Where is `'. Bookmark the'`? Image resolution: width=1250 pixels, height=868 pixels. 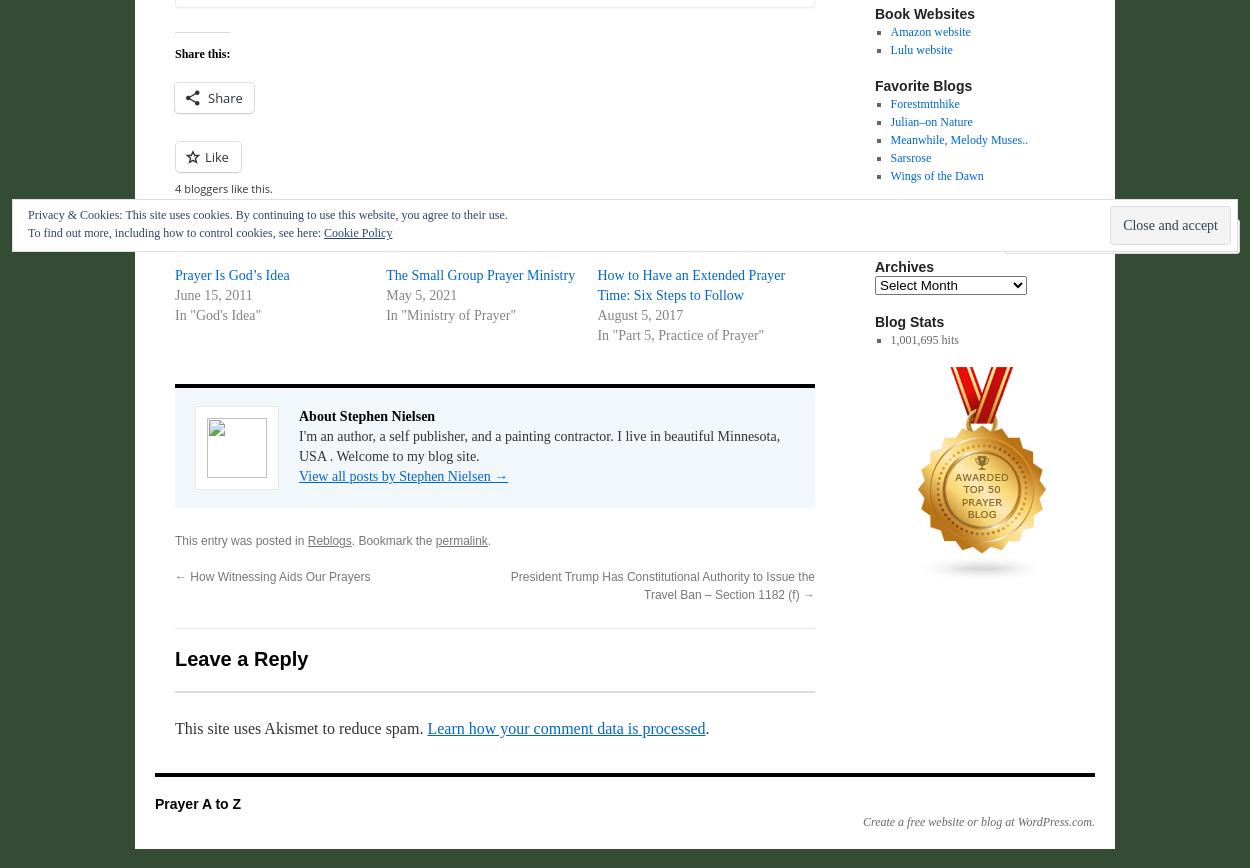
'. Bookmark the' is located at coordinates (393, 541).